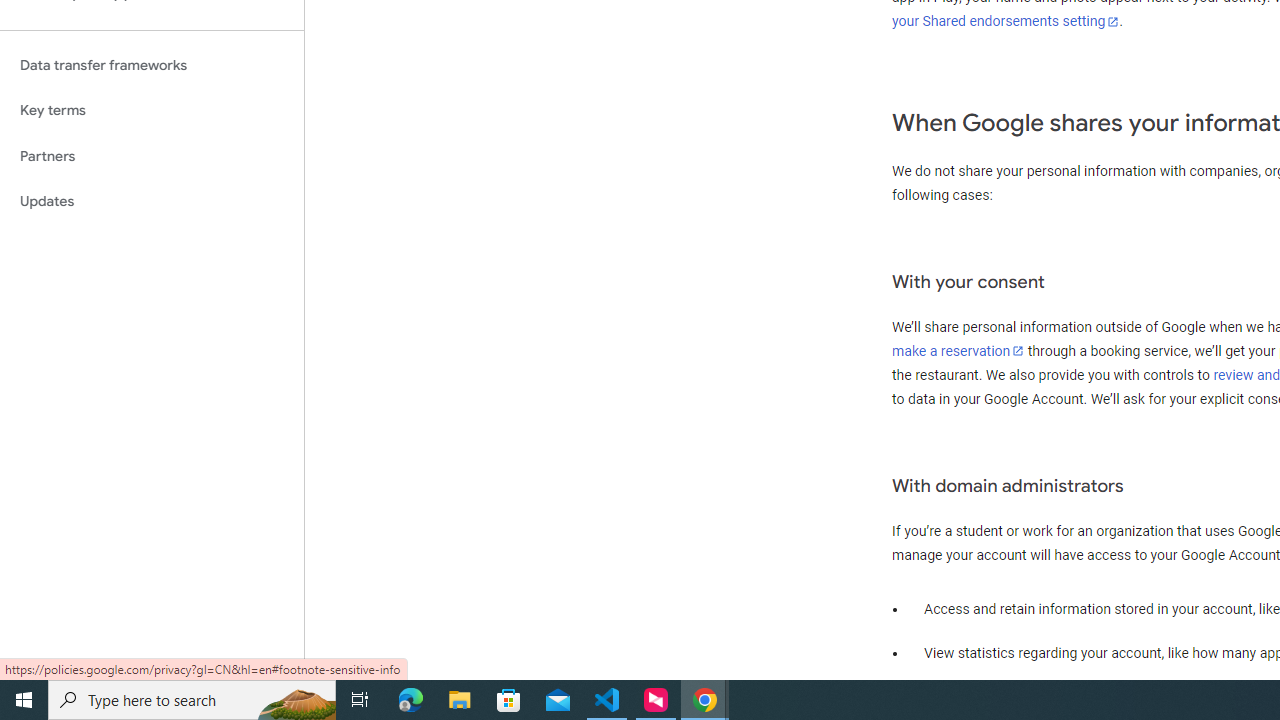 This screenshot has height=720, width=1280. Describe the element at coordinates (151, 64) in the screenshot. I see `'Data transfer frameworks'` at that location.